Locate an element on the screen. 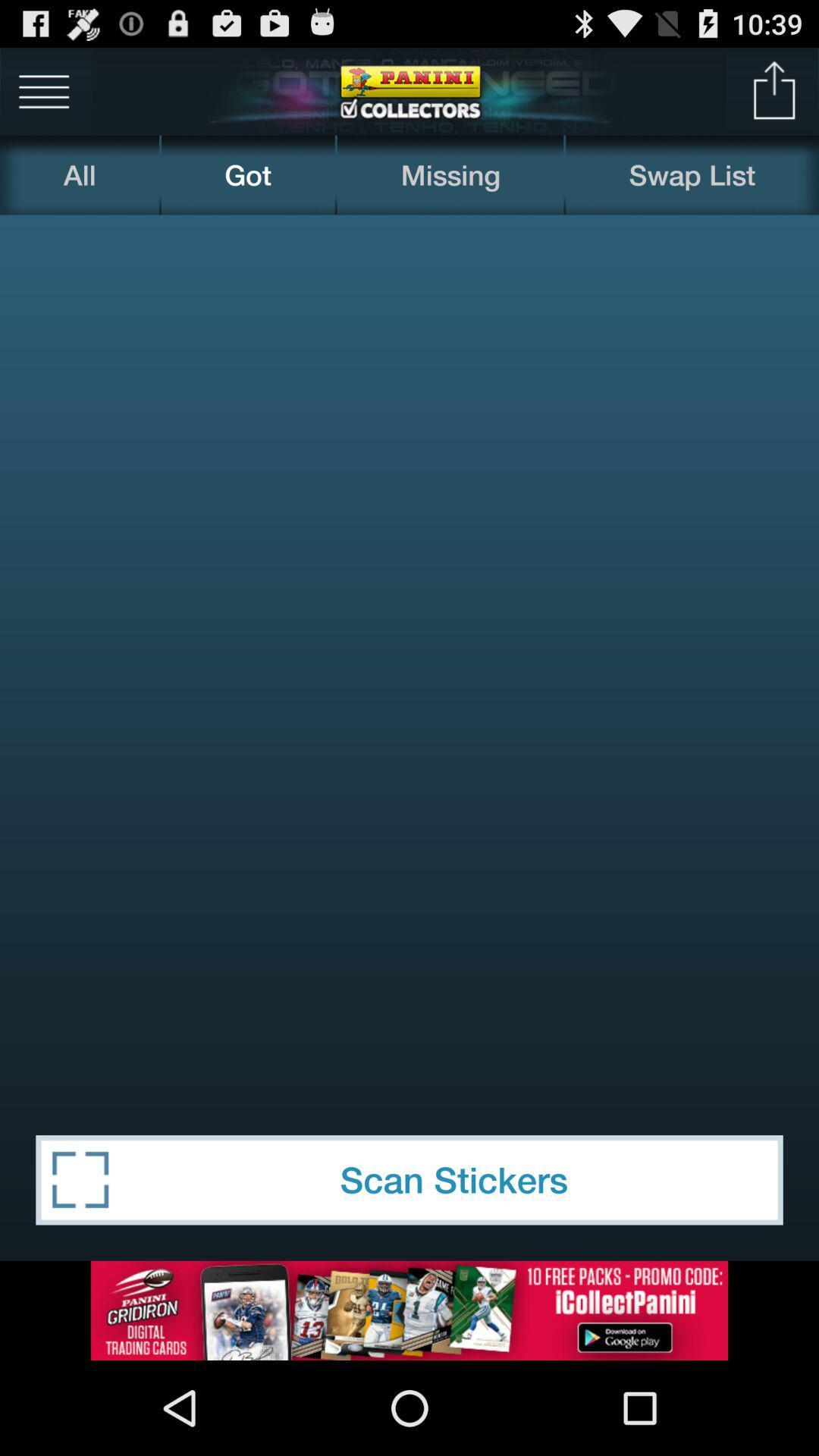 The height and width of the screenshot is (1456, 819). got icon is located at coordinates (247, 174).